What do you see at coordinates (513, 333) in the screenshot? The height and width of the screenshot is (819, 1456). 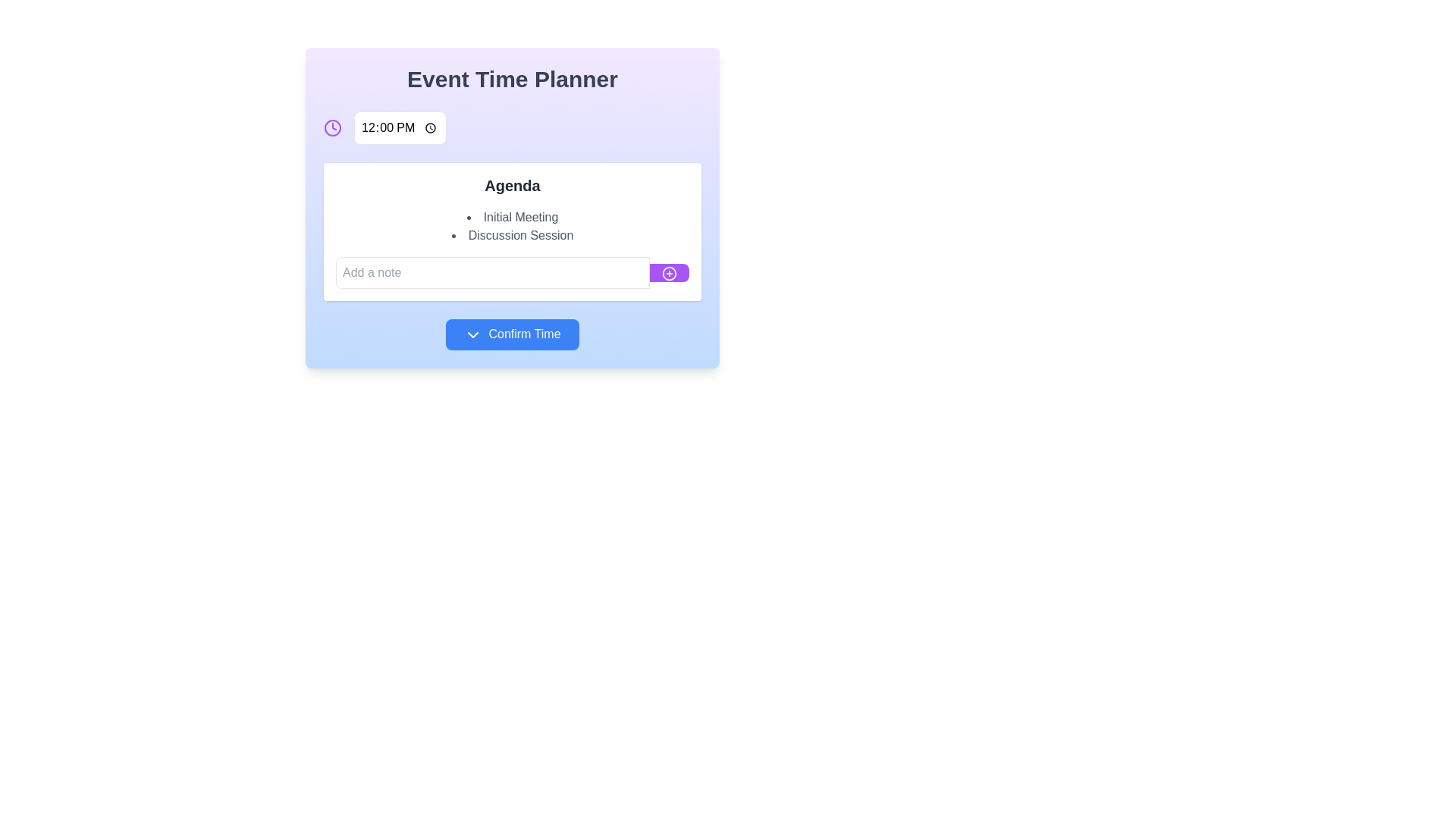 I see `the confirm button located at the bottom center of the 'Event Time Planner' card to experience the hover effect` at bounding box center [513, 333].